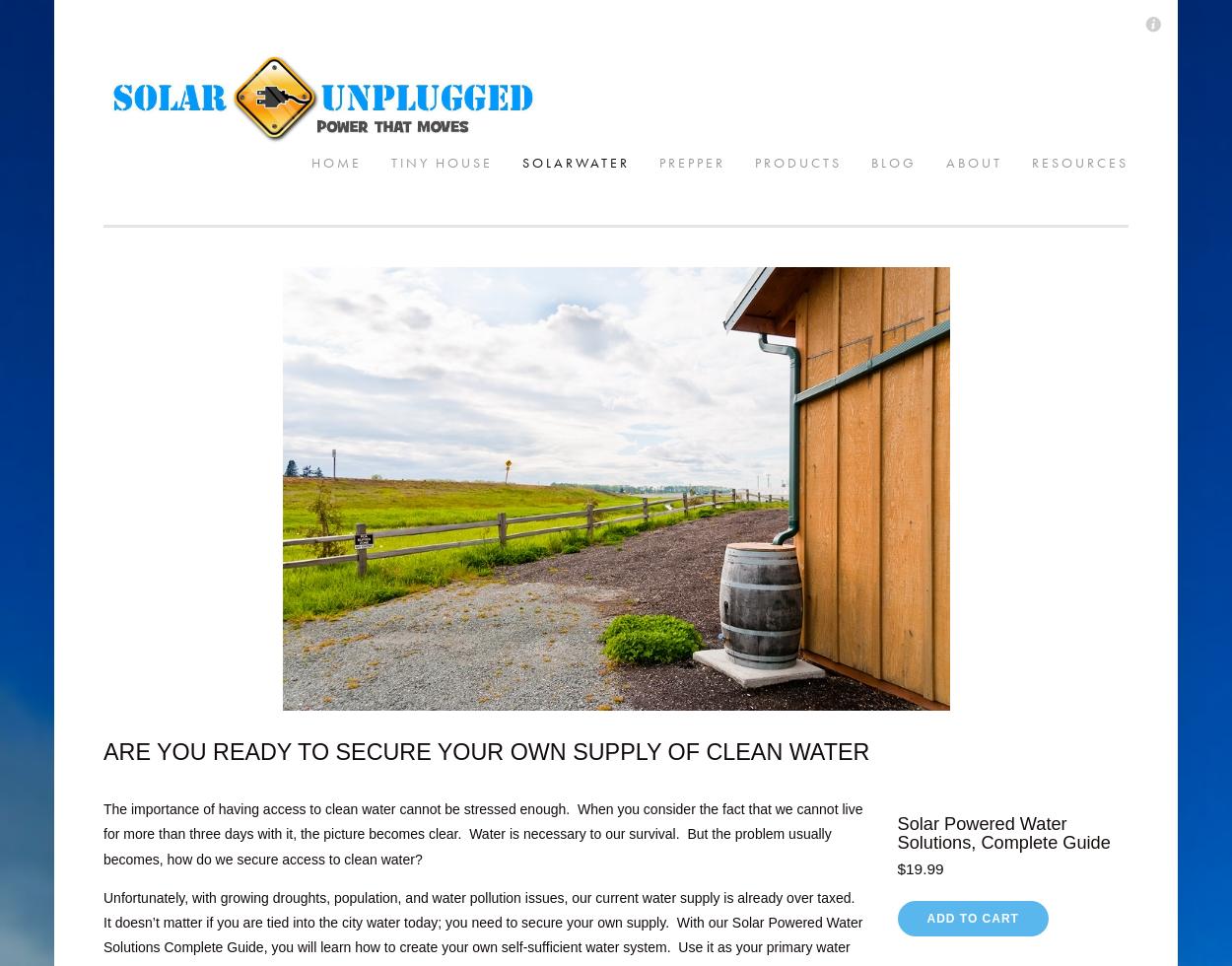 The width and height of the screenshot is (1232, 966). I want to click on 'ARE YOU READY TO SECURE YOUR OWN SUPPLY OF CLEAN WATER', so click(485, 752).